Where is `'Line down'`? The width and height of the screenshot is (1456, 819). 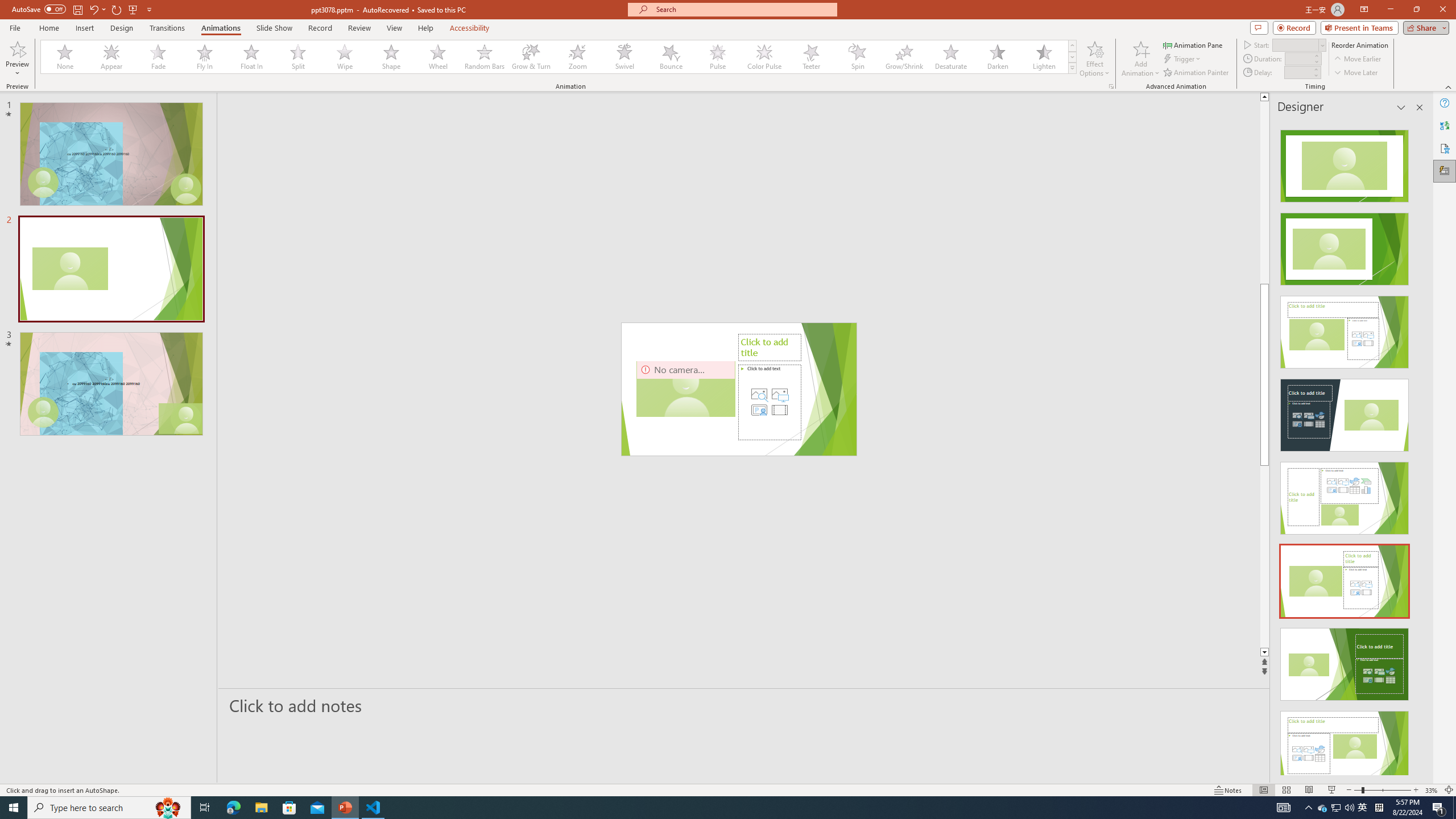 'Line down' is located at coordinates (1302, 652).